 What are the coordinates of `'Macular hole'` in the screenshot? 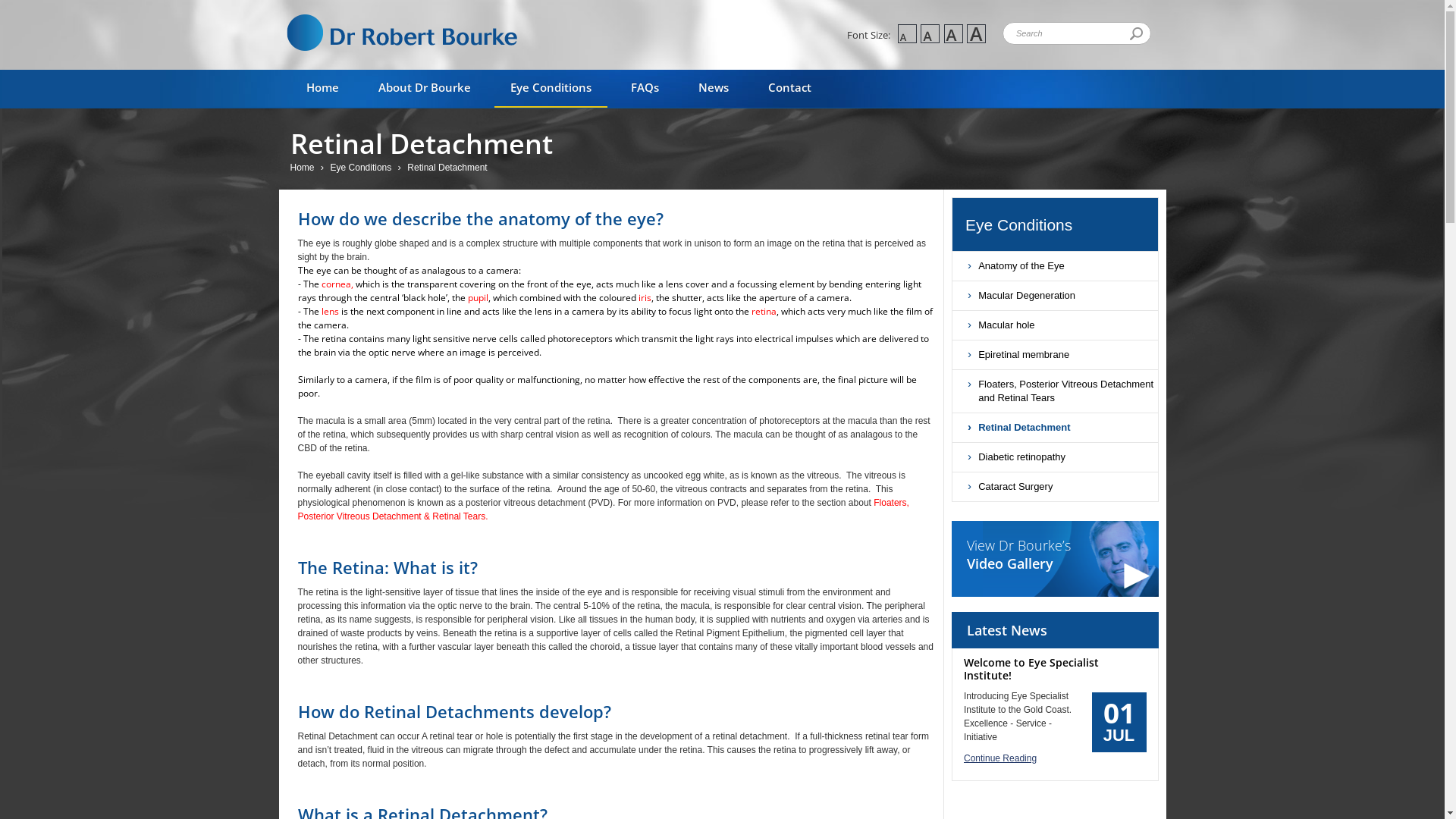 It's located at (952, 324).